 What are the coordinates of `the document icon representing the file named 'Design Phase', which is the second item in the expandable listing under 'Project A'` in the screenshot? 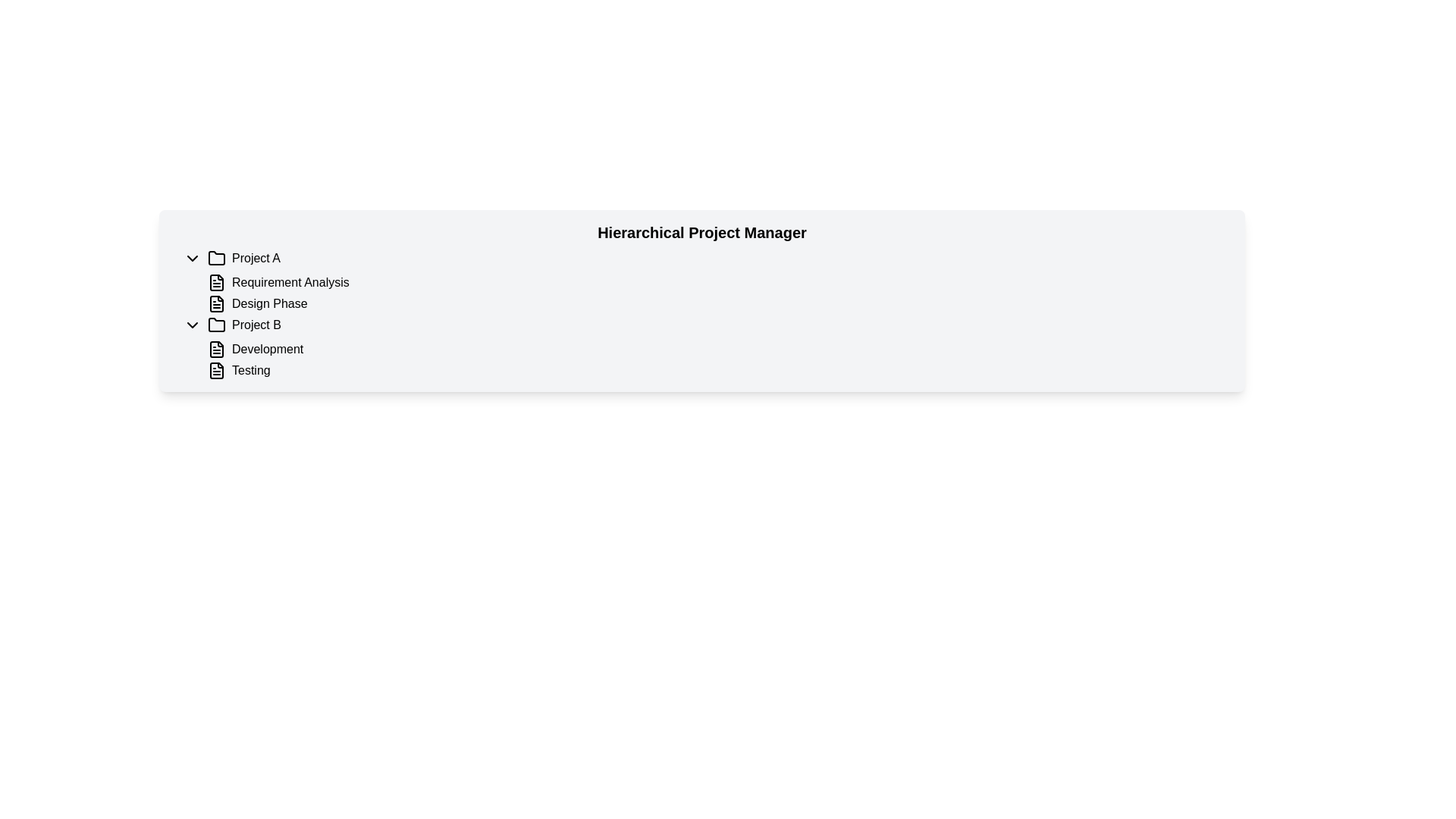 It's located at (216, 304).